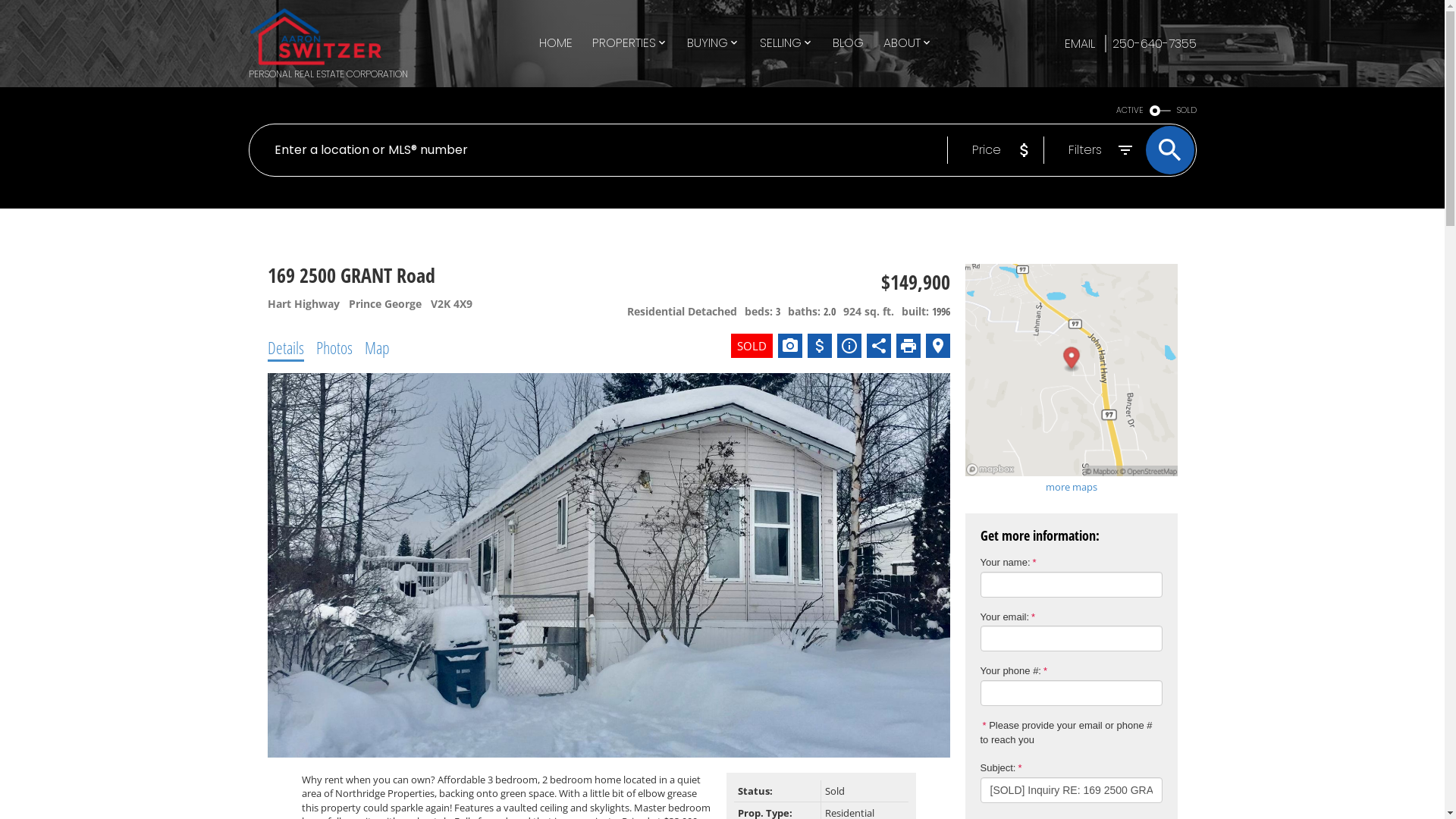 This screenshot has height=819, width=1456. I want to click on 'Calculate Mortgage', so click(806, 345).